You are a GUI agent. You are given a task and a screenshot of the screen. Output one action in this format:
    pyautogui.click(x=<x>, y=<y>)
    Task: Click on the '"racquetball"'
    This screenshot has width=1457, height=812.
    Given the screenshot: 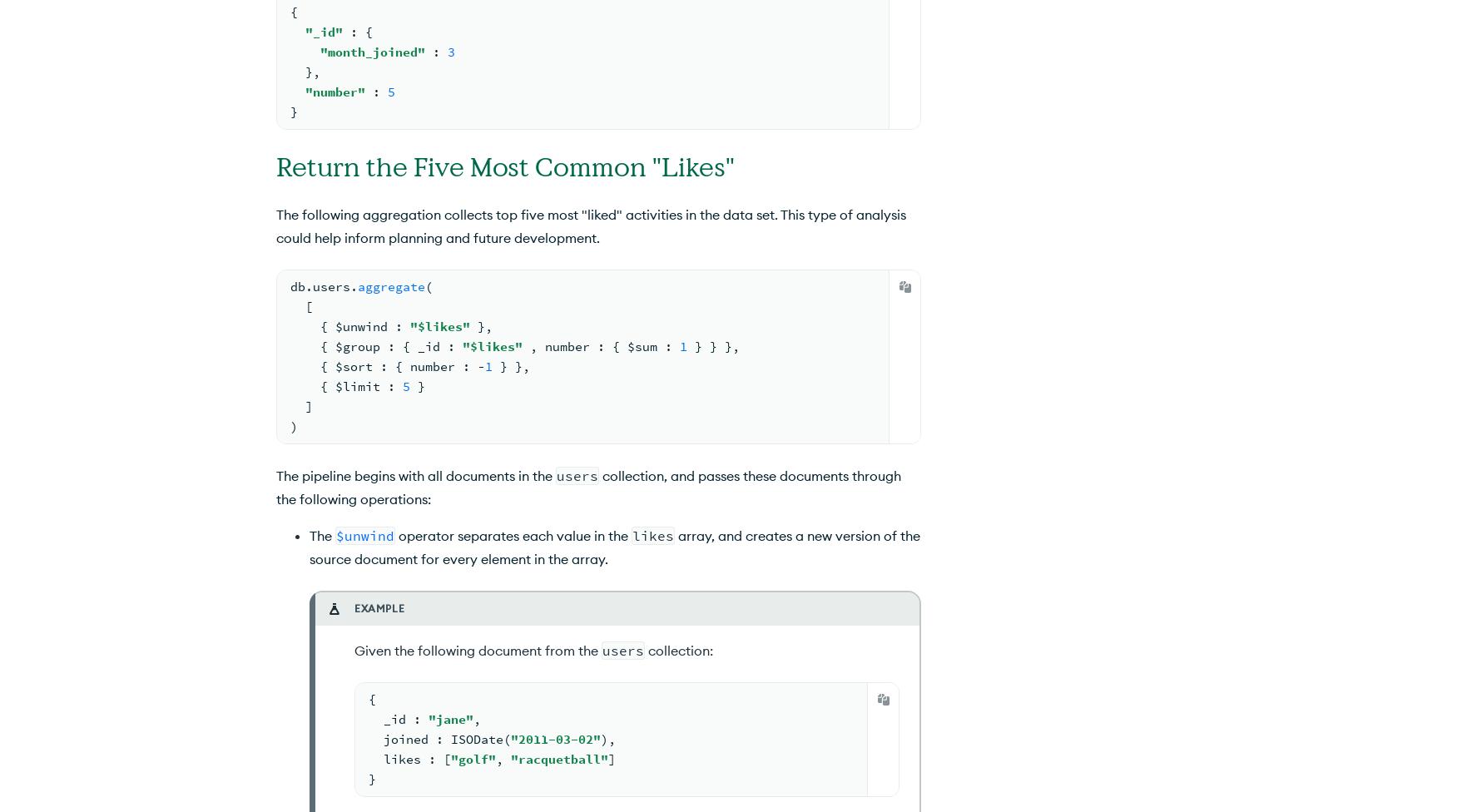 What is the action you would take?
    pyautogui.click(x=558, y=758)
    